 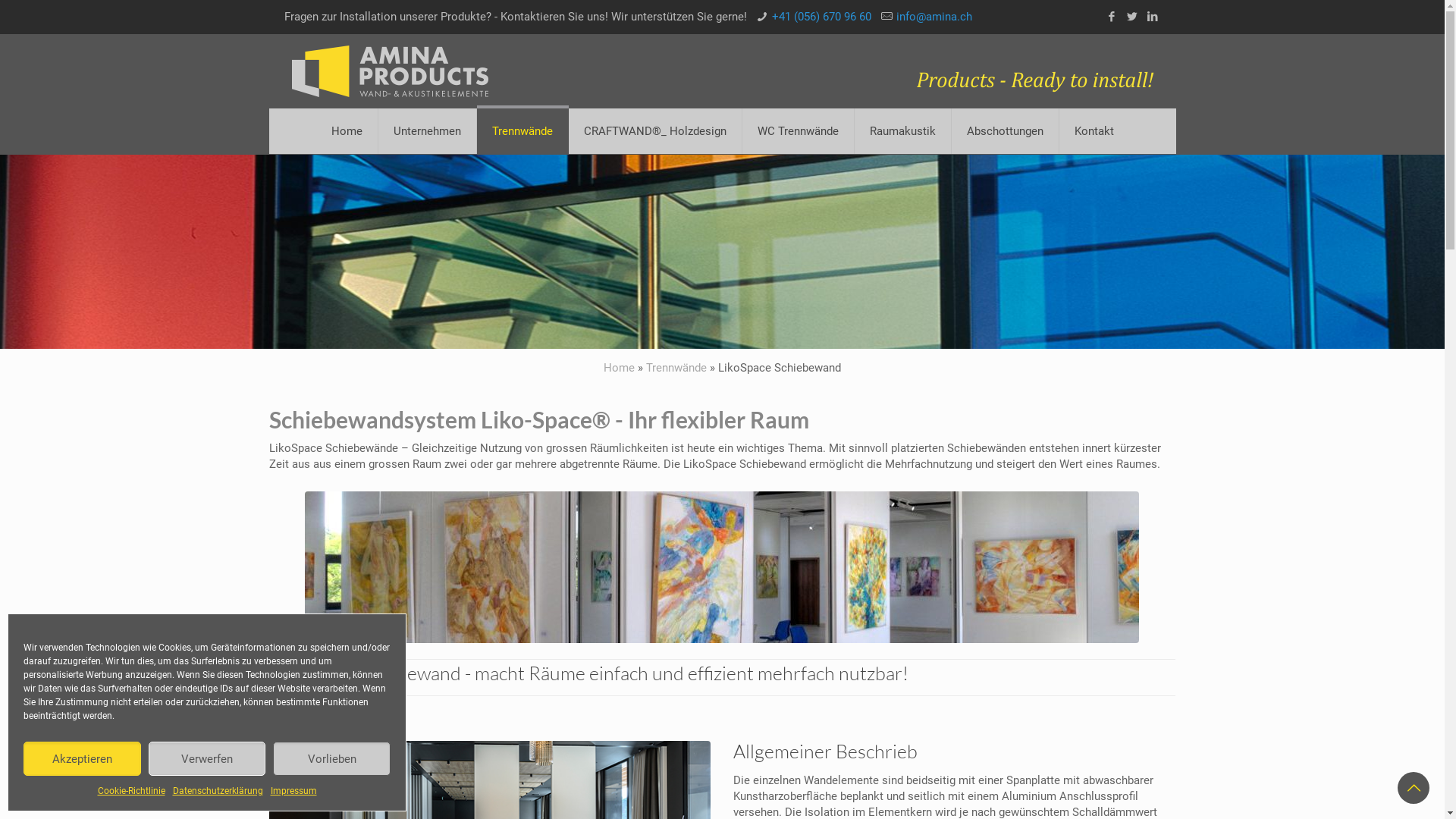 What do you see at coordinates (389, 71) in the screenshot?
I see `'Amina Products'` at bounding box center [389, 71].